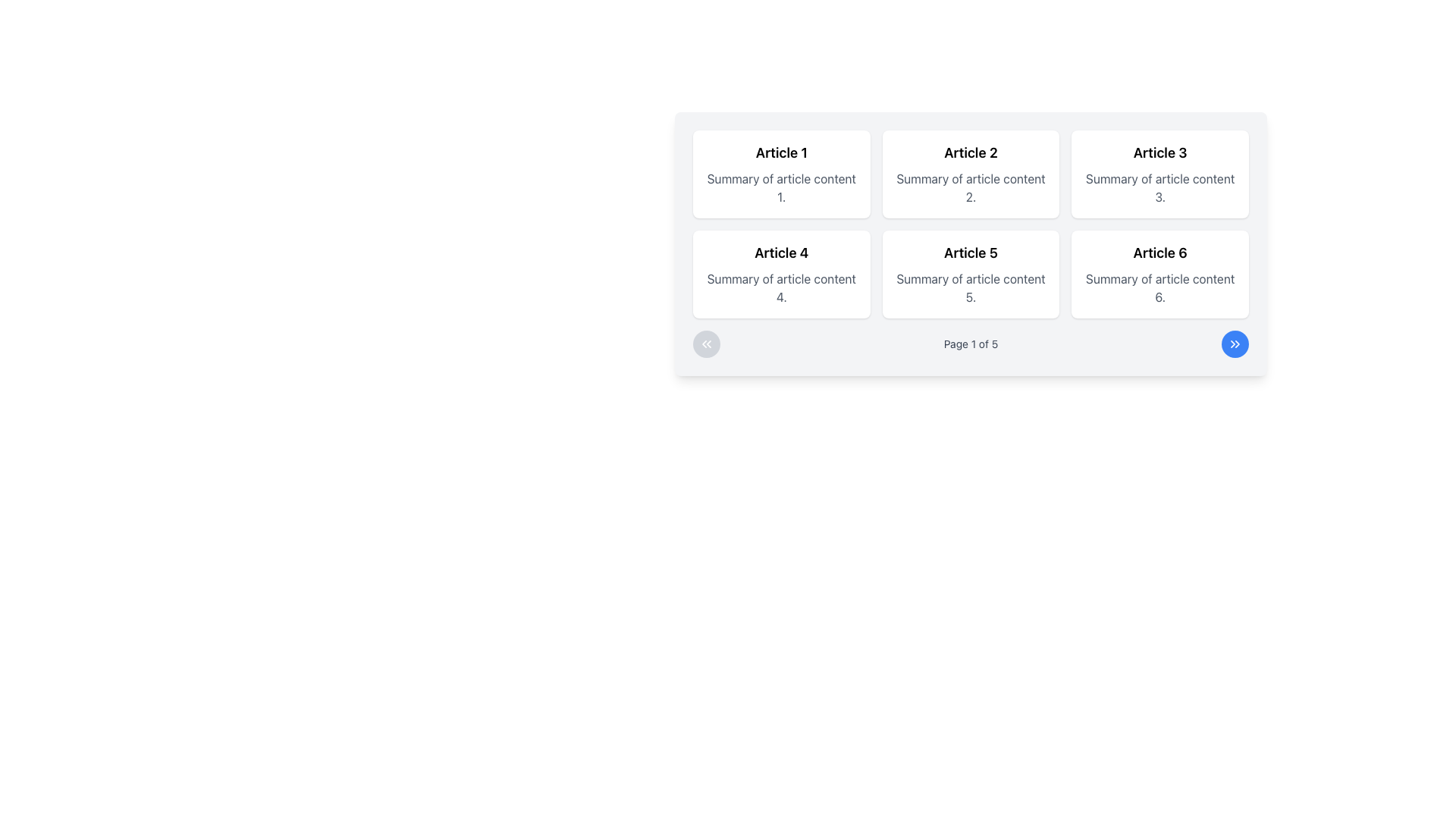 This screenshot has width=1456, height=819. I want to click on the prominently styled text label displaying 'Article 2' located at the top-central position within the grid layout, so click(971, 152).